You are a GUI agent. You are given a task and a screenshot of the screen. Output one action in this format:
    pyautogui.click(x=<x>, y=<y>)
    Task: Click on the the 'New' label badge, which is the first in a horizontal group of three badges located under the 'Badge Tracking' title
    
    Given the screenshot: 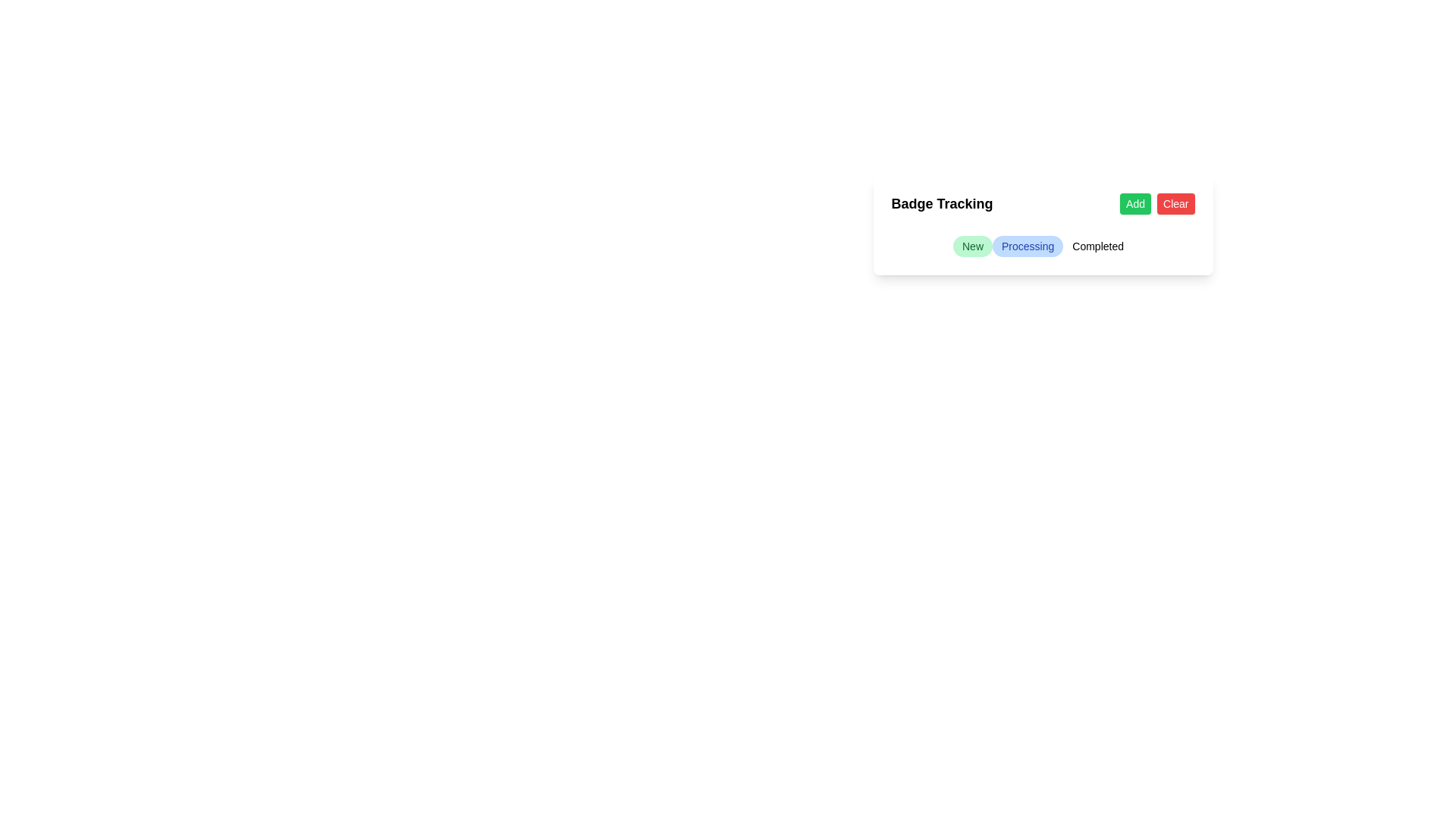 What is the action you would take?
    pyautogui.click(x=972, y=245)
    